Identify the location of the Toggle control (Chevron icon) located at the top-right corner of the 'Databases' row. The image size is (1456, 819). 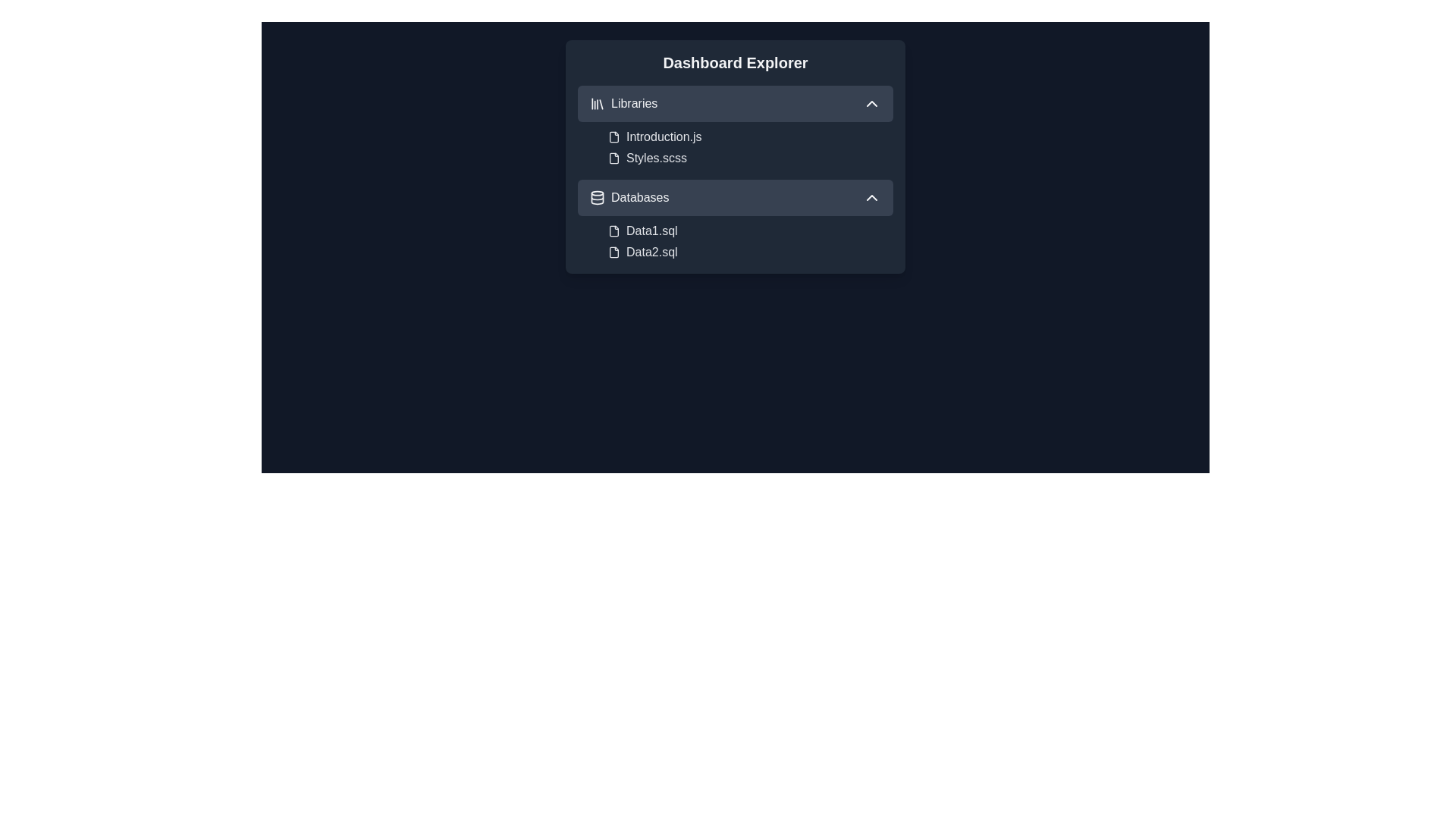
(872, 197).